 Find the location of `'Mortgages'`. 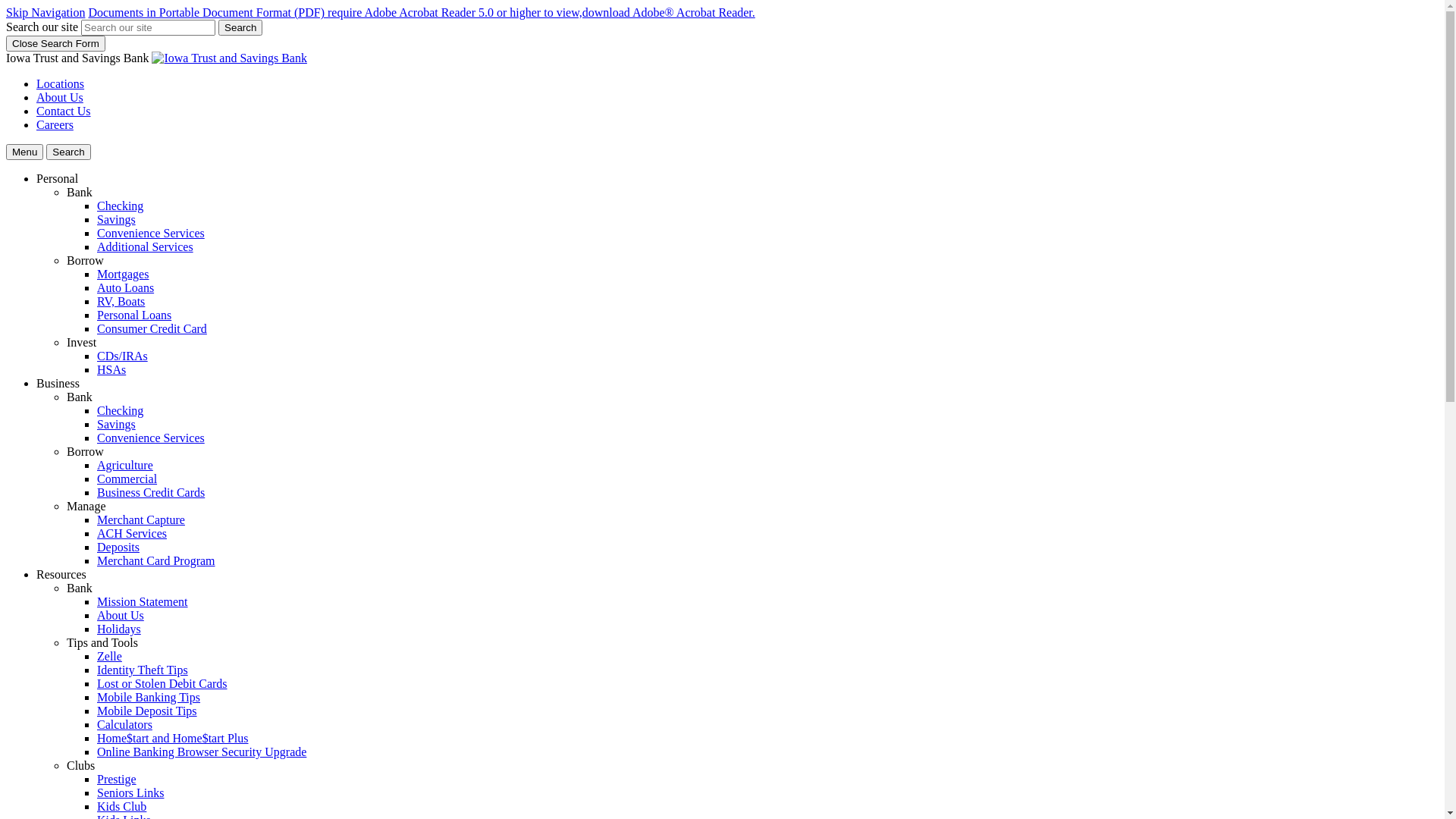

'Mortgages' is located at coordinates (123, 274).